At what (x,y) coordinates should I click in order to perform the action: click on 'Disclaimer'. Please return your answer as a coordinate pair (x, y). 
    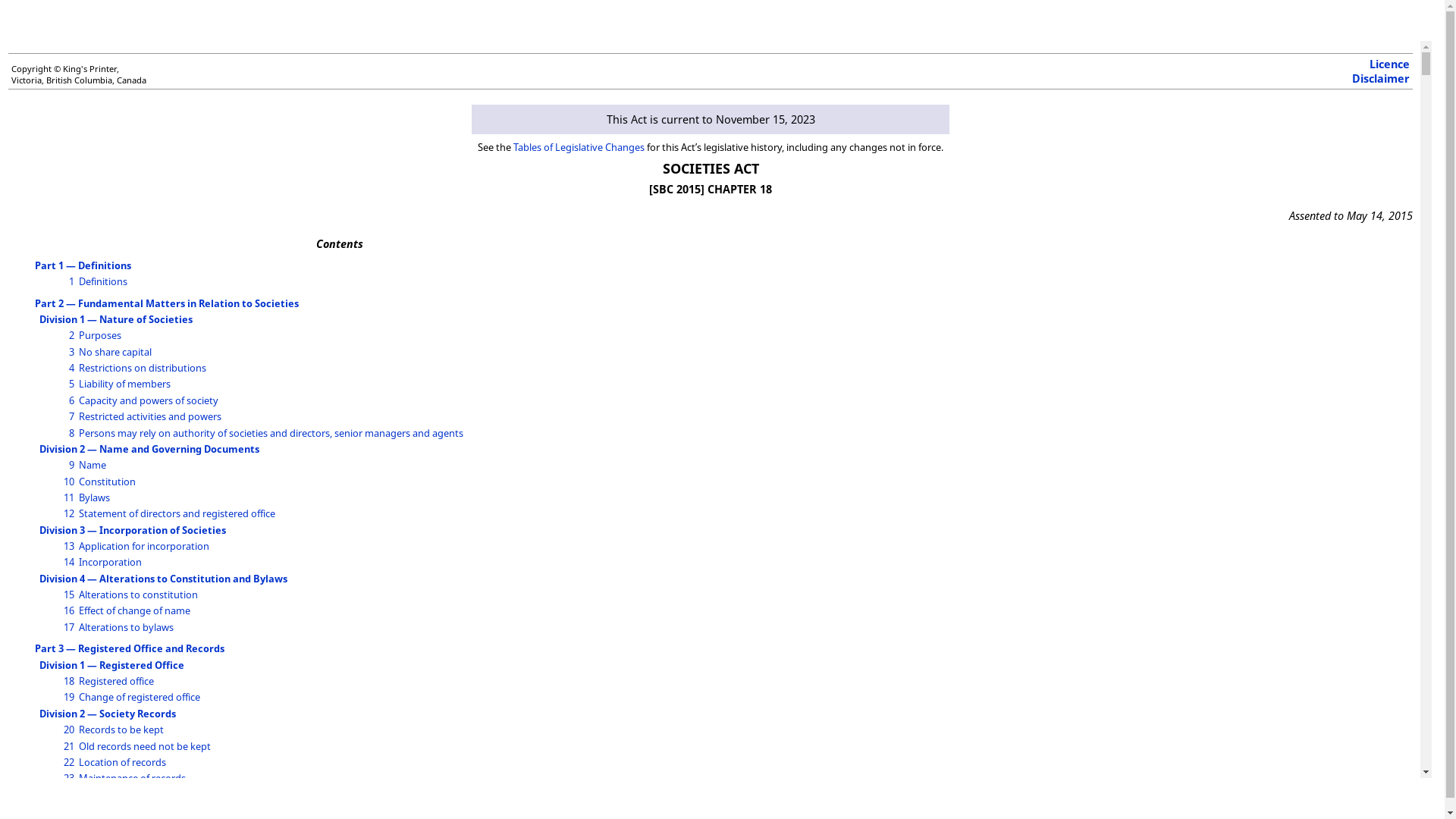
    Looking at the image, I should click on (1380, 78).